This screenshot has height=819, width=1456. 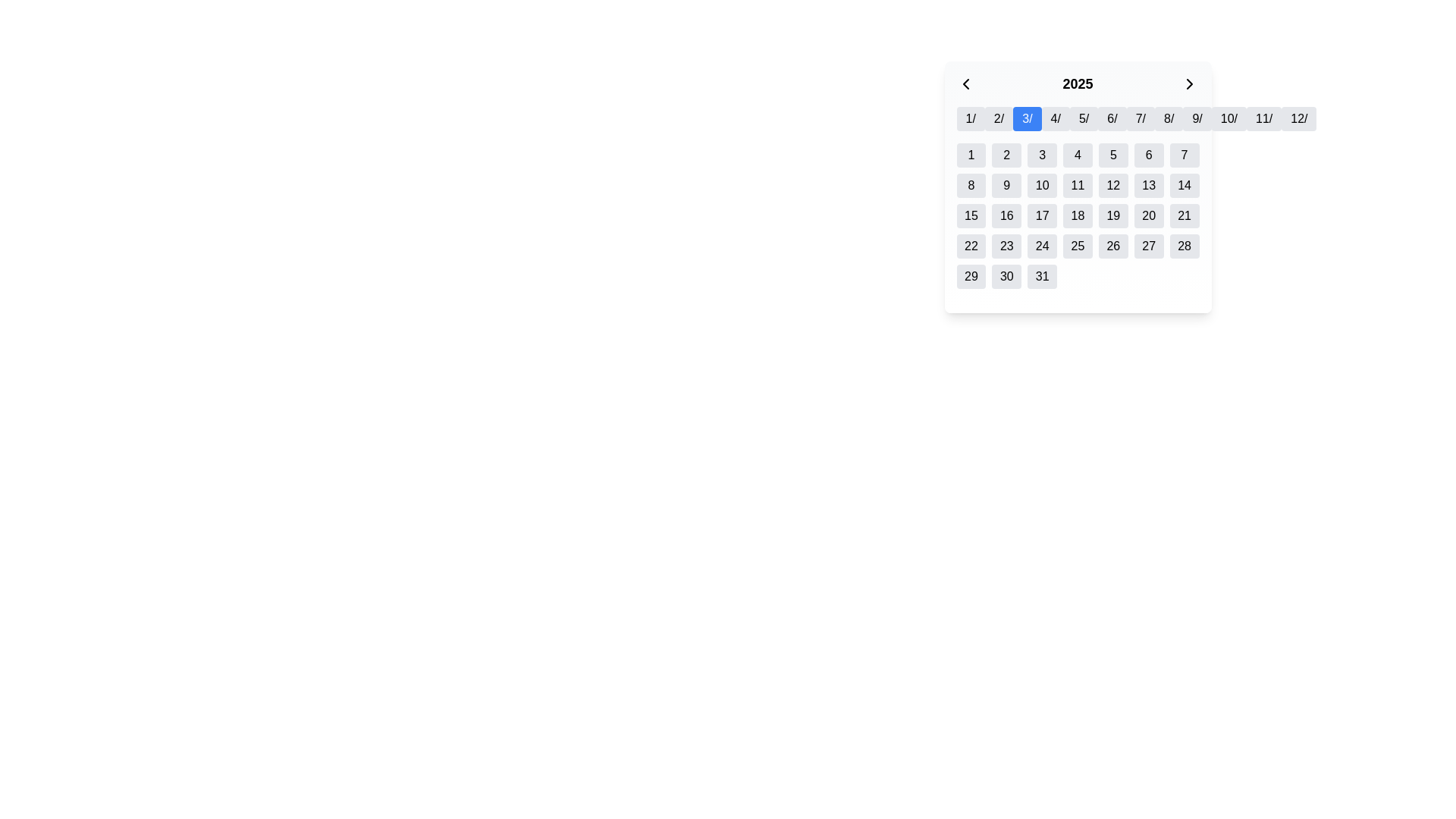 What do you see at coordinates (971, 155) in the screenshot?
I see `the first date button in the calendar grid` at bounding box center [971, 155].